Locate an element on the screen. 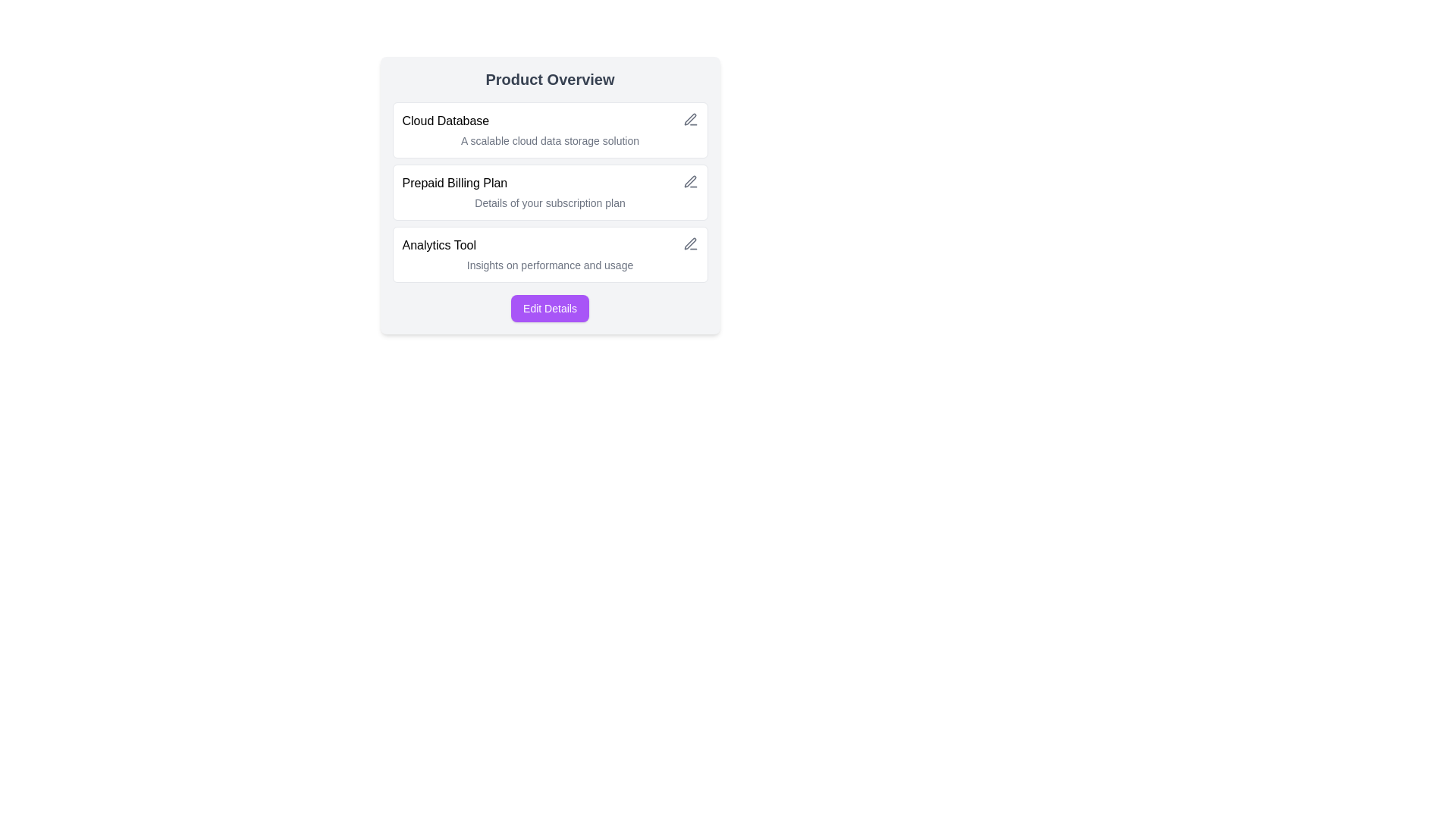 The image size is (1456, 819). the second informational card displaying details about the prepaid billing subscription plan, located centrally within the panel is located at coordinates (549, 192).